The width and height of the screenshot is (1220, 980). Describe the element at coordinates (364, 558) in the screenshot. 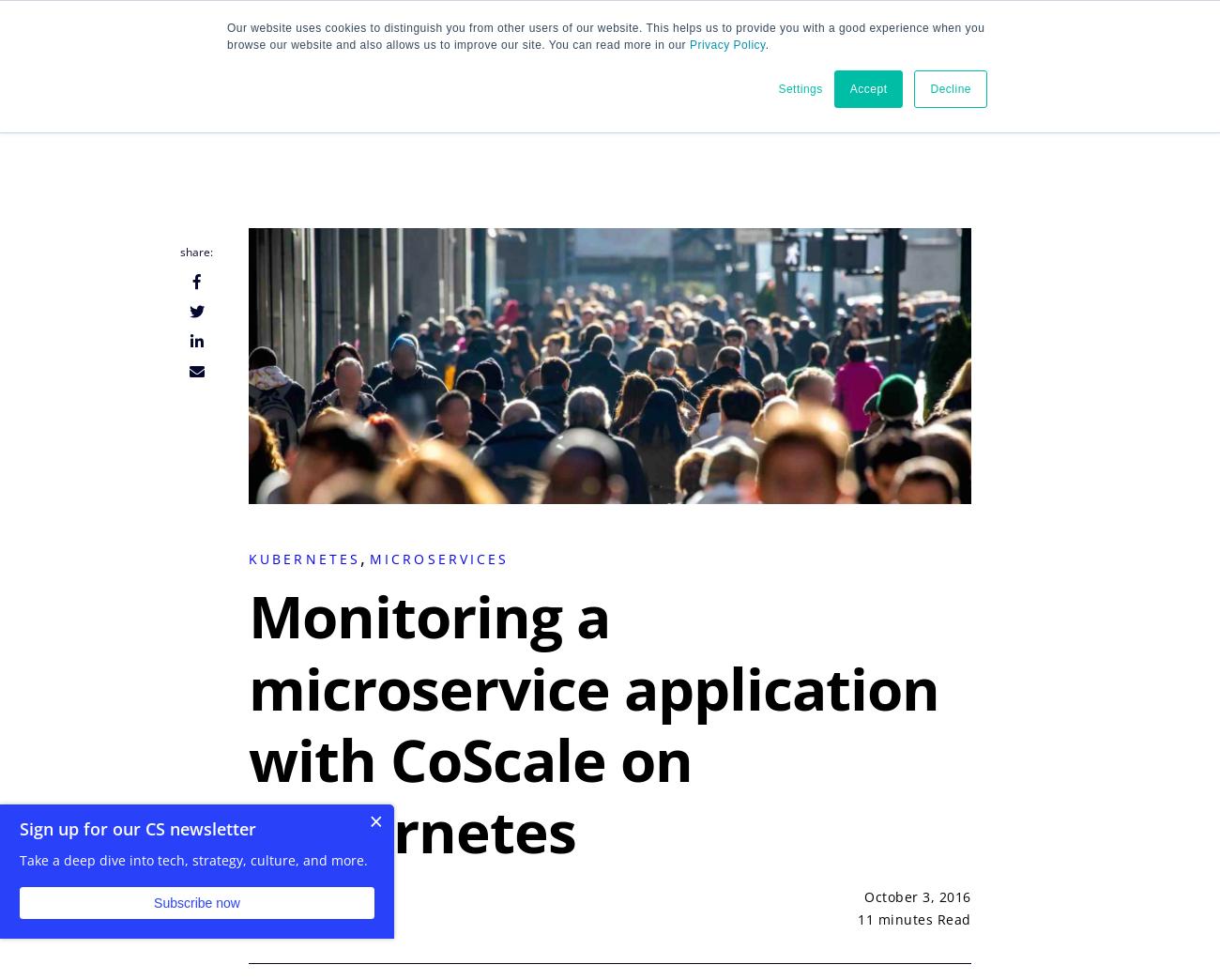

I see `','` at that location.